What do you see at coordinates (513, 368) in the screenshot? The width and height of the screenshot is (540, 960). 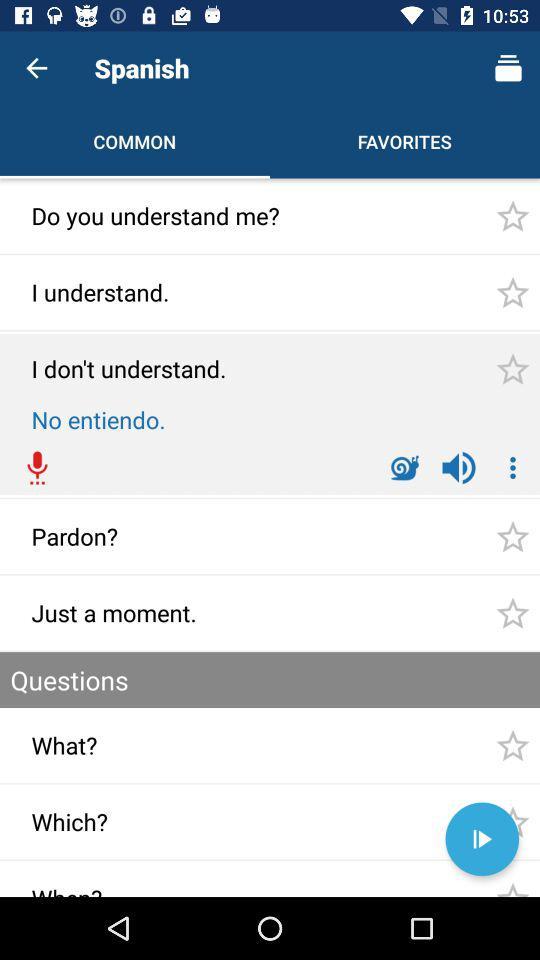 I see `the third star icon` at bounding box center [513, 368].